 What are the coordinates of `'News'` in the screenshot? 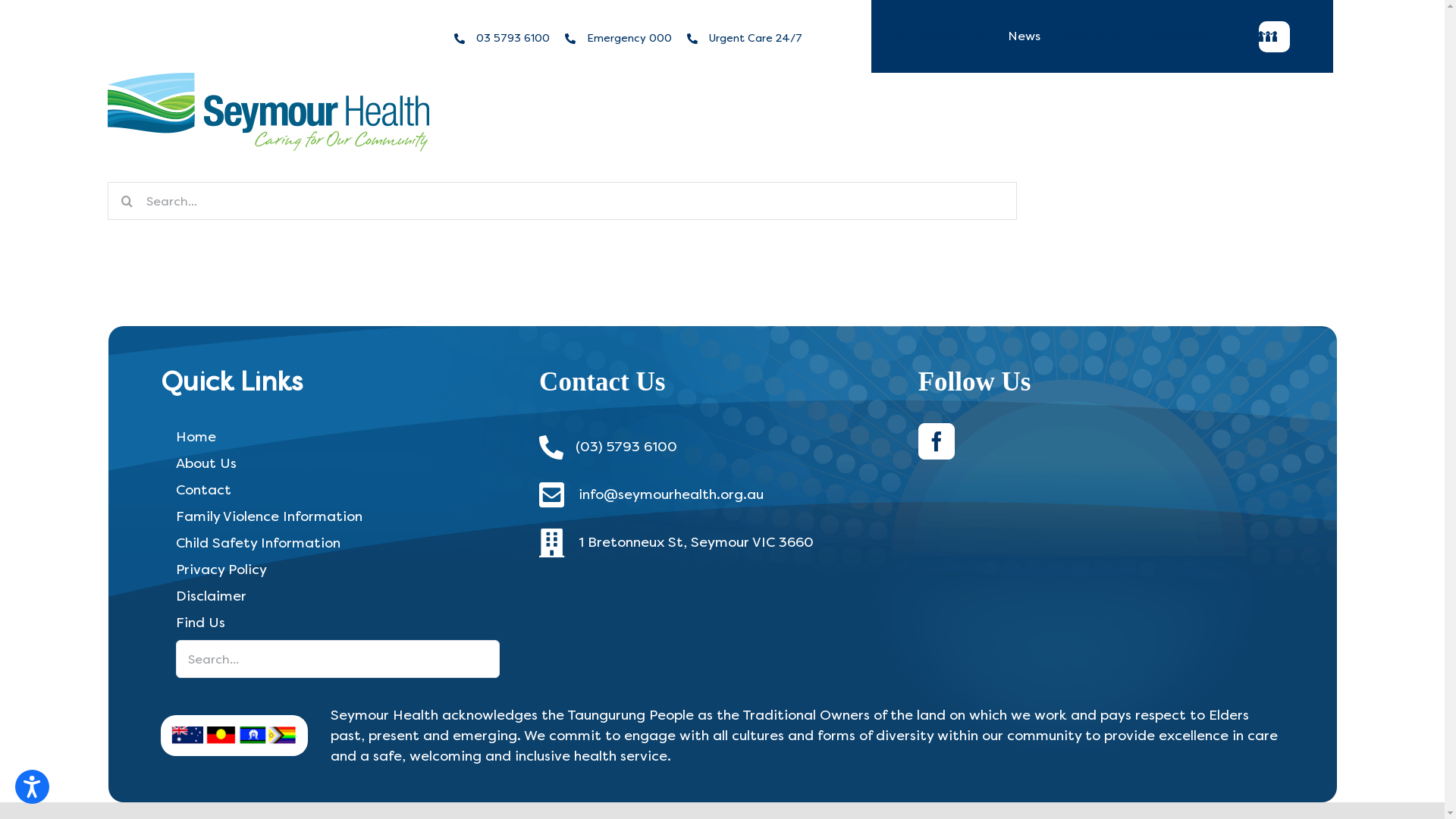 It's located at (1024, 35).